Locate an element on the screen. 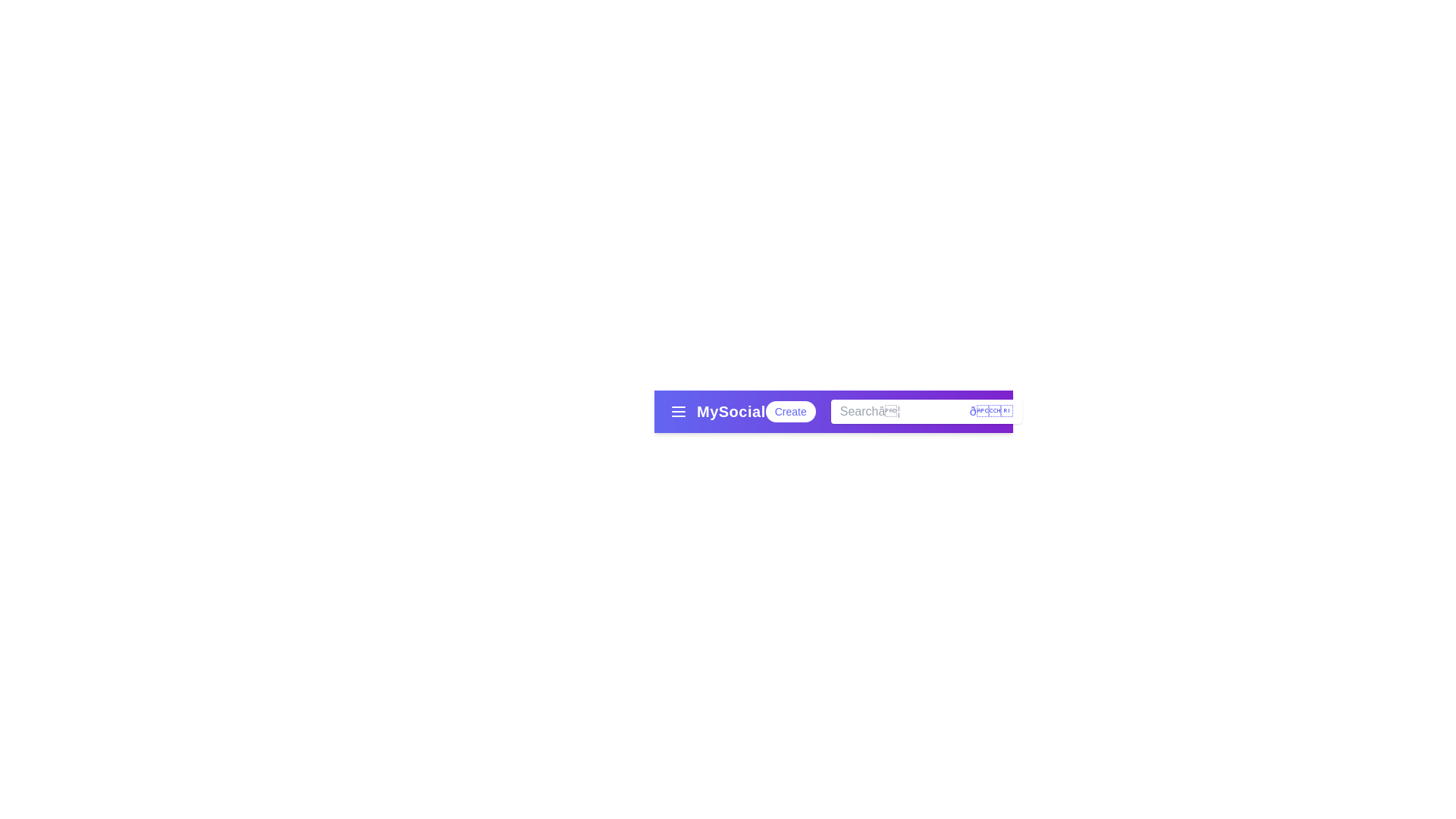  the Instagram icon to navigate to the Instagram page is located at coordinates (1045, 412).